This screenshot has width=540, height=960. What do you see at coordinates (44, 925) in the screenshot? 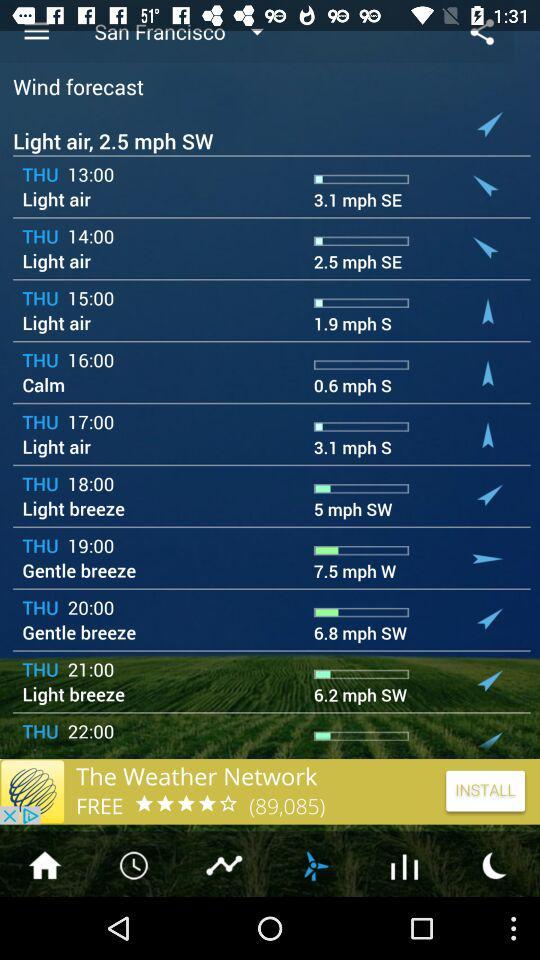
I see `the home icon` at bounding box center [44, 925].